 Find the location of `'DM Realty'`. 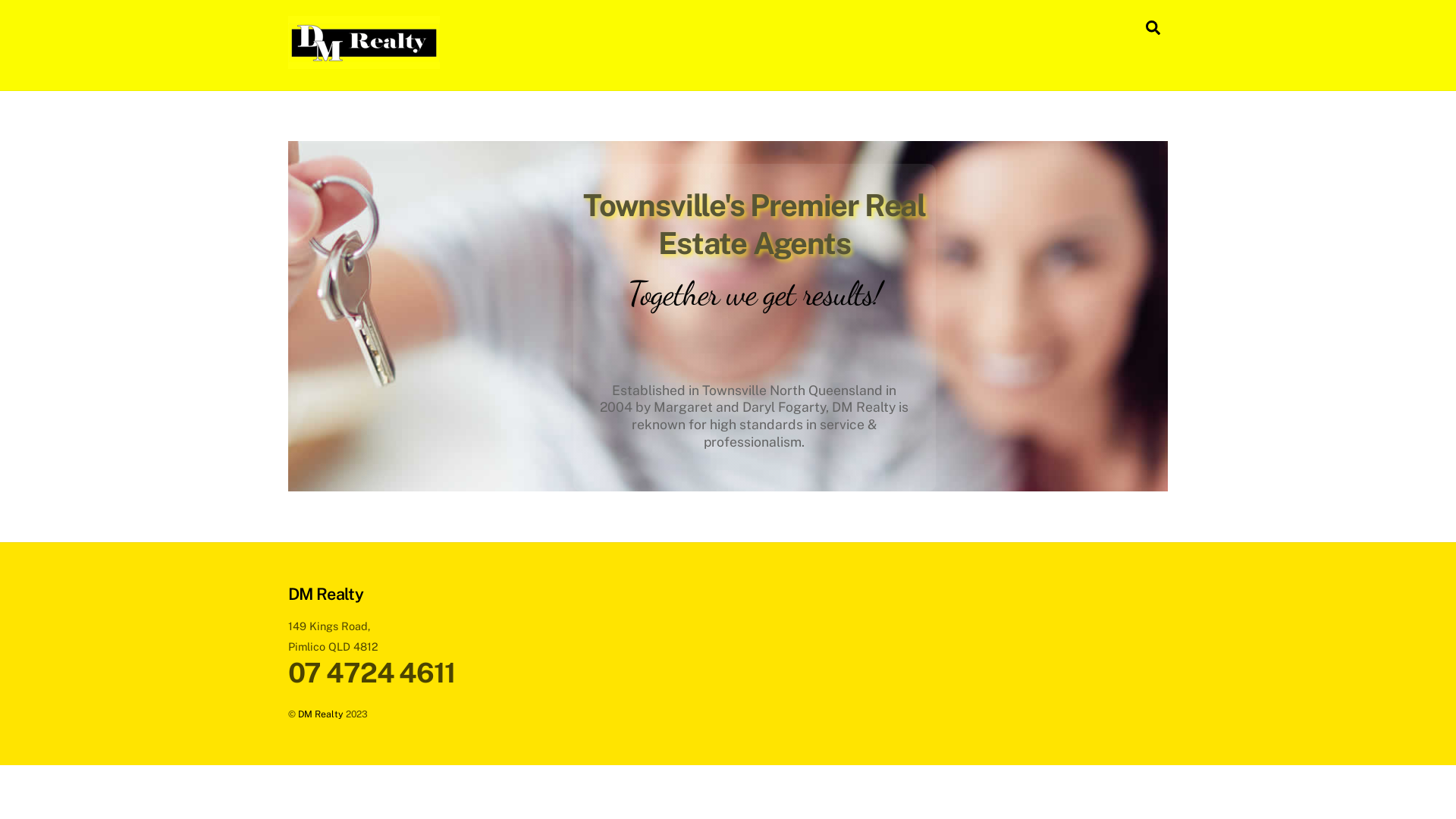

'DM Realty' is located at coordinates (364, 61).